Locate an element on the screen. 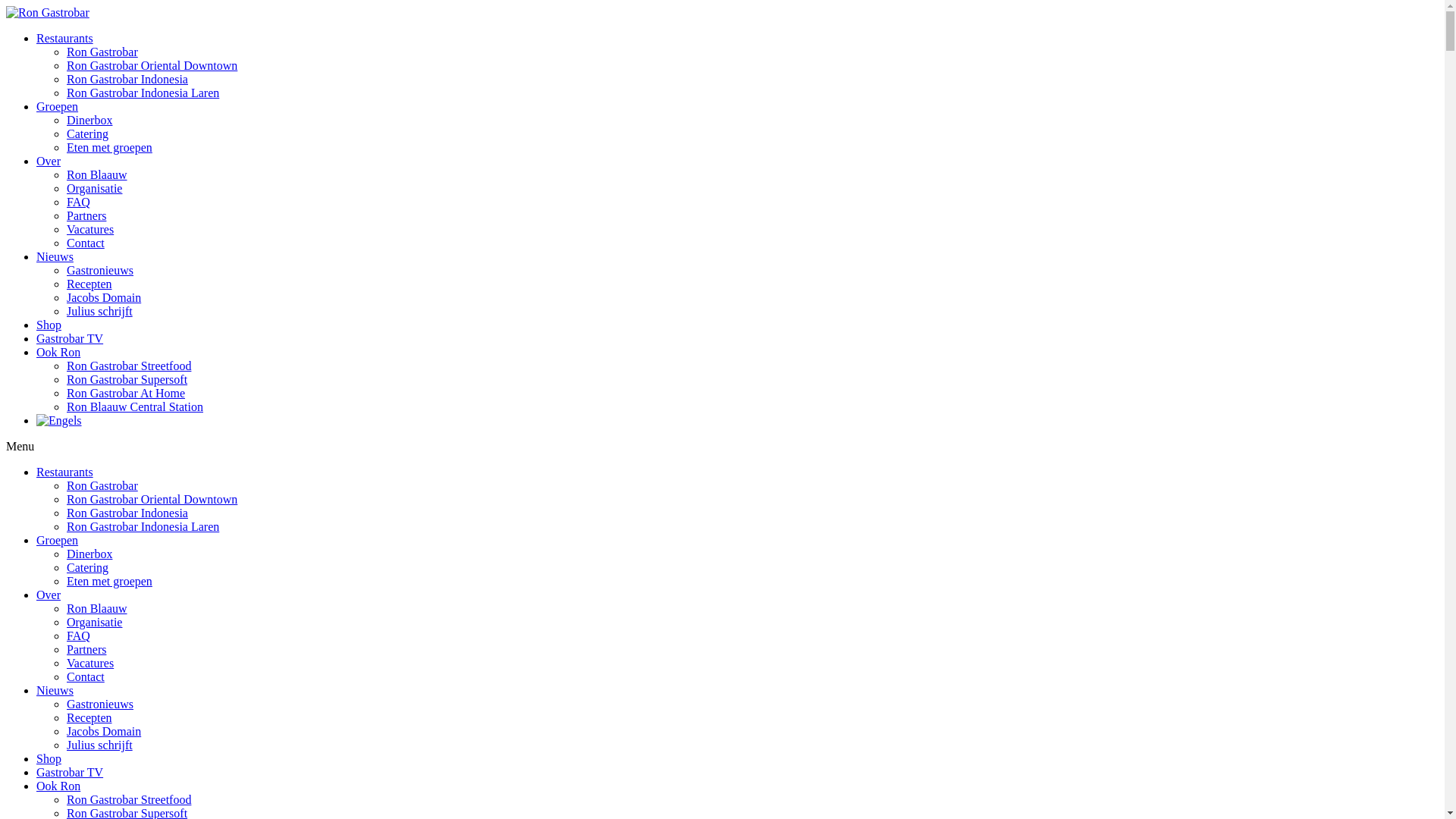 This screenshot has width=1456, height=819. 'Gastronieuws' is located at coordinates (99, 704).